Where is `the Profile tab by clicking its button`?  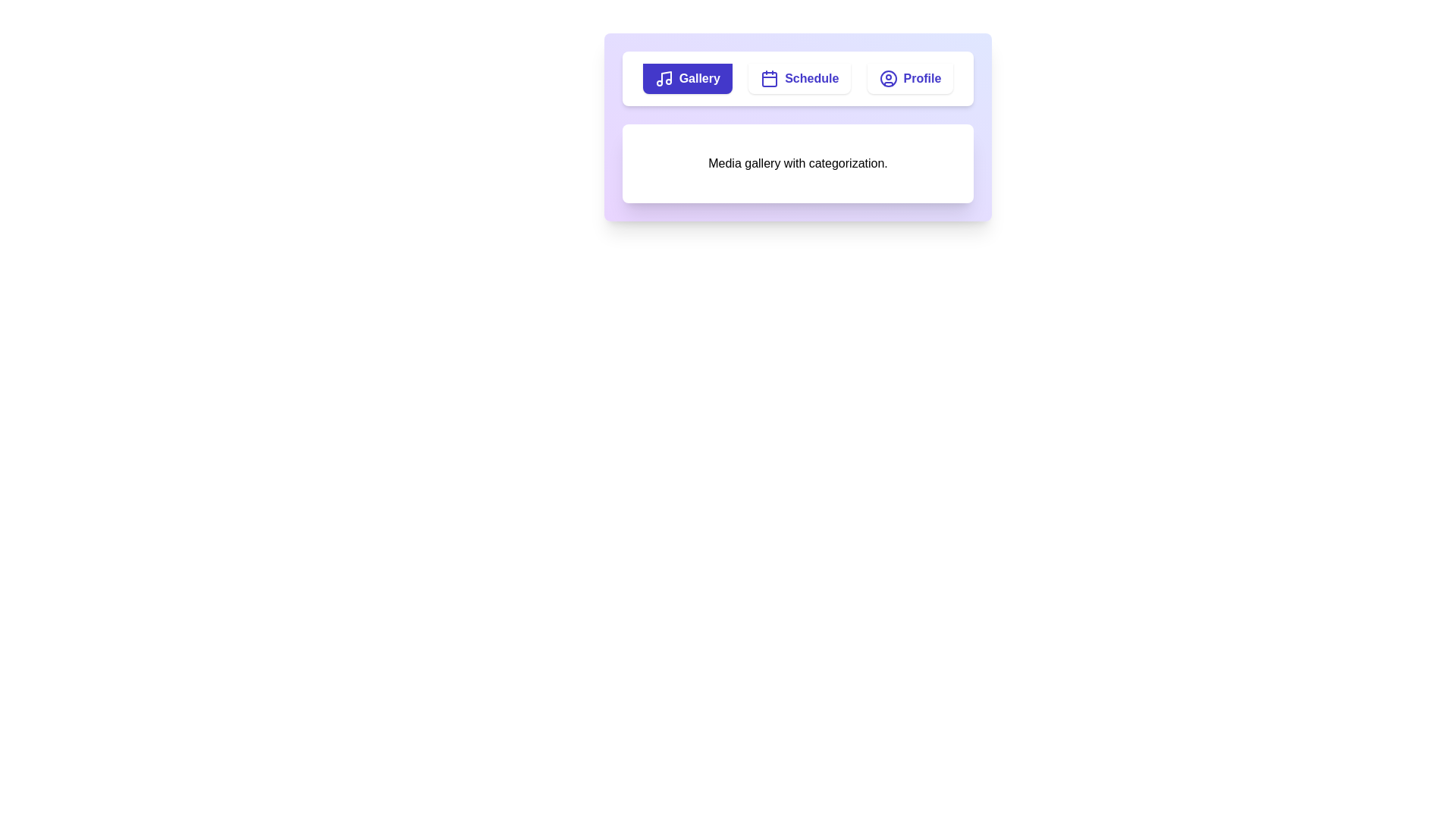 the Profile tab by clicking its button is located at coordinates (910, 79).